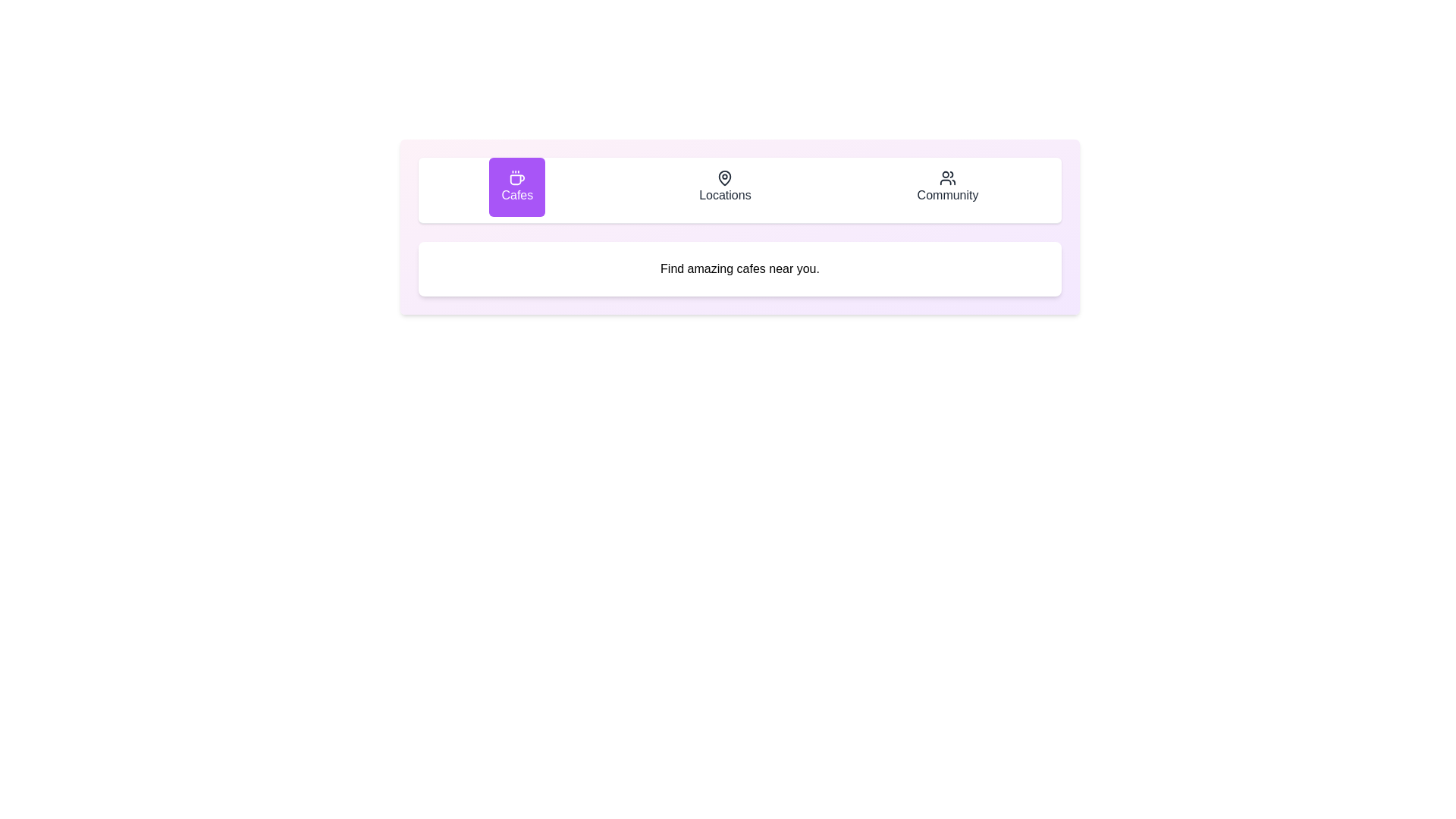 The height and width of the screenshot is (819, 1456). What do you see at coordinates (739, 190) in the screenshot?
I see `the 'Locations' section in the navigation menu` at bounding box center [739, 190].